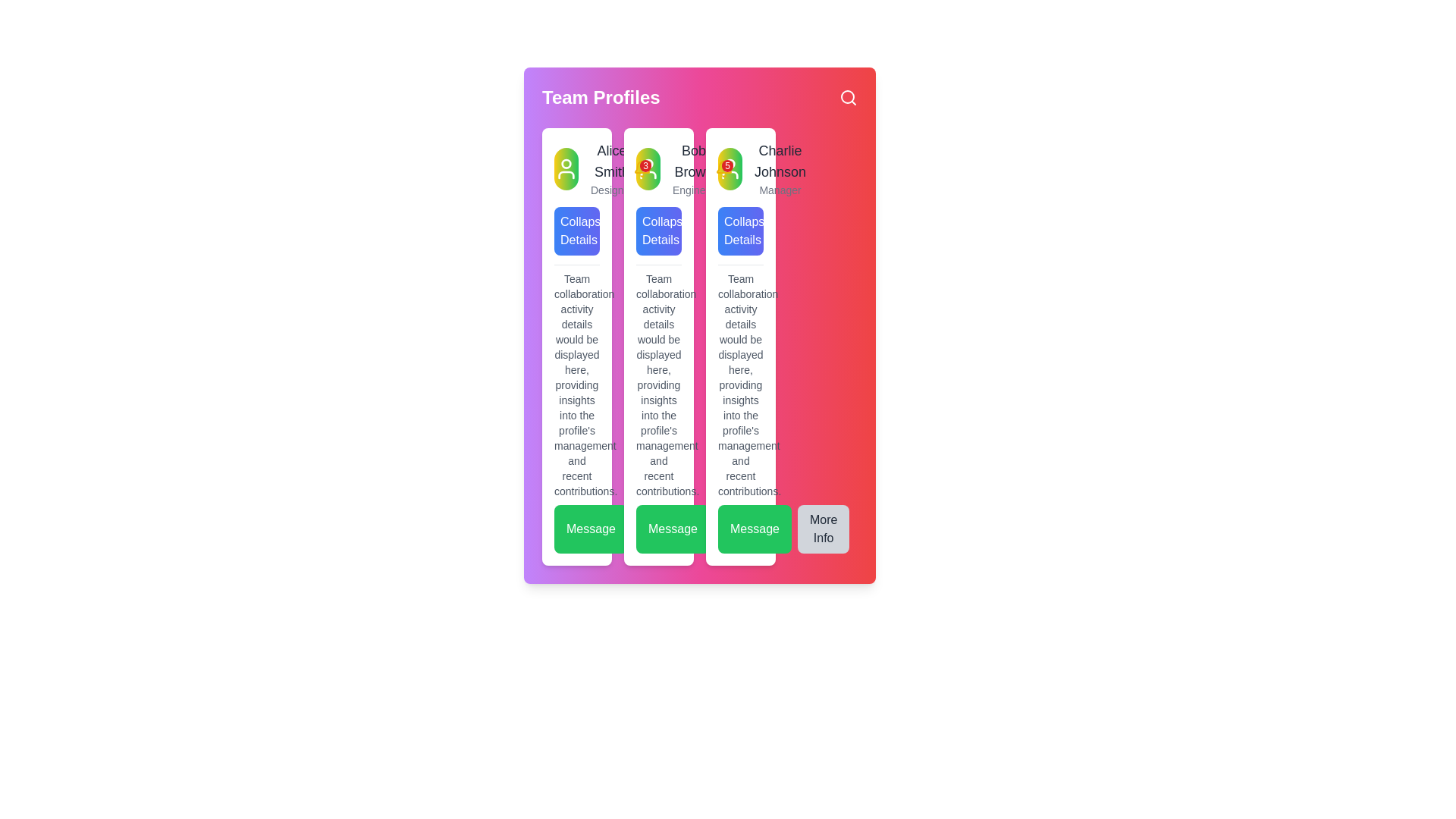  What do you see at coordinates (741, 231) in the screenshot?
I see `the third button under Charlie Johnson's profile` at bounding box center [741, 231].